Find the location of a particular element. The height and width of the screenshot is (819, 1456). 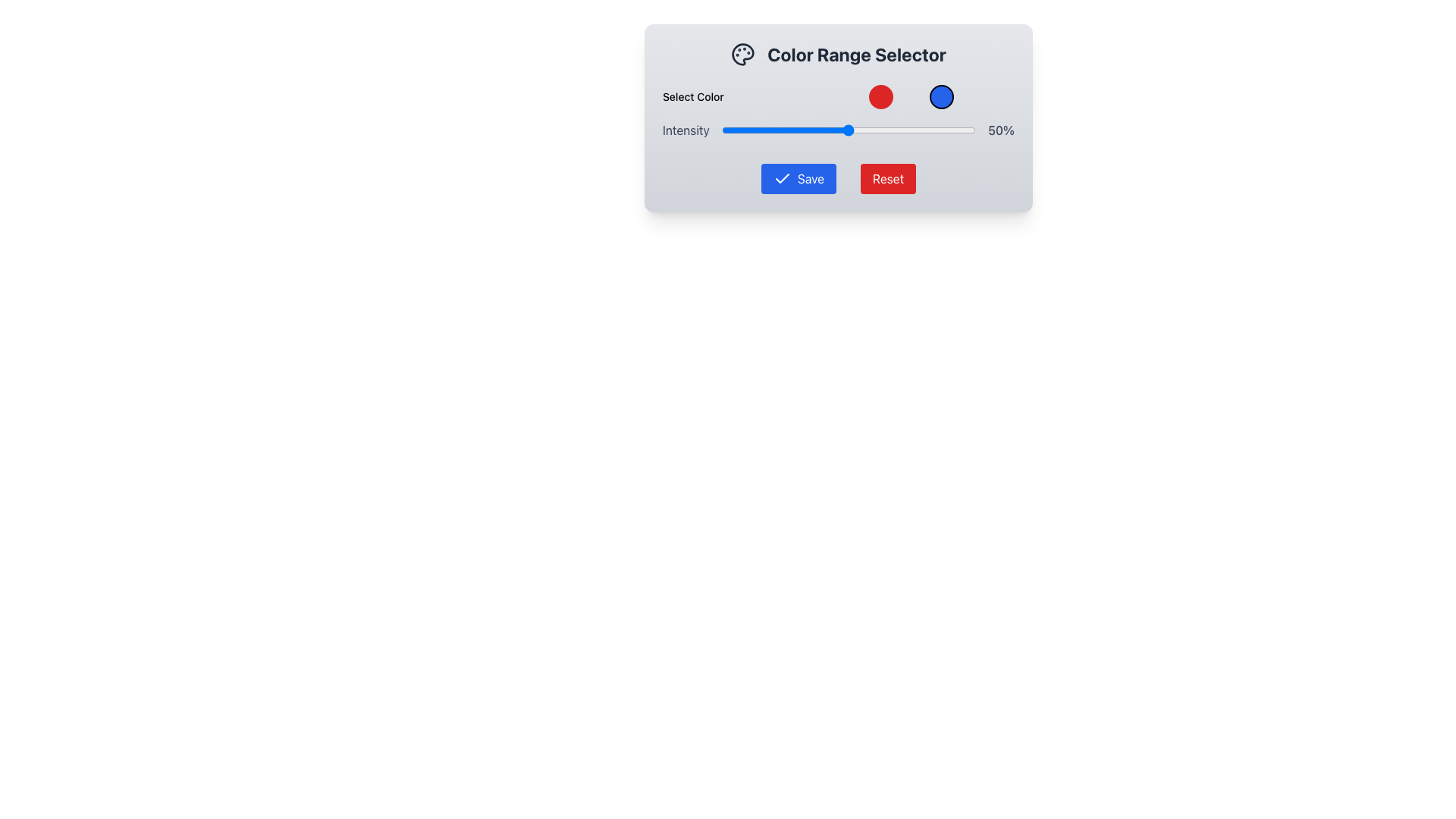

the bold text labeled 'Color Range Selector' which is prominently displayed at the top-center of the layout, aligned with a palette icon to its left is located at coordinates (856, 54).